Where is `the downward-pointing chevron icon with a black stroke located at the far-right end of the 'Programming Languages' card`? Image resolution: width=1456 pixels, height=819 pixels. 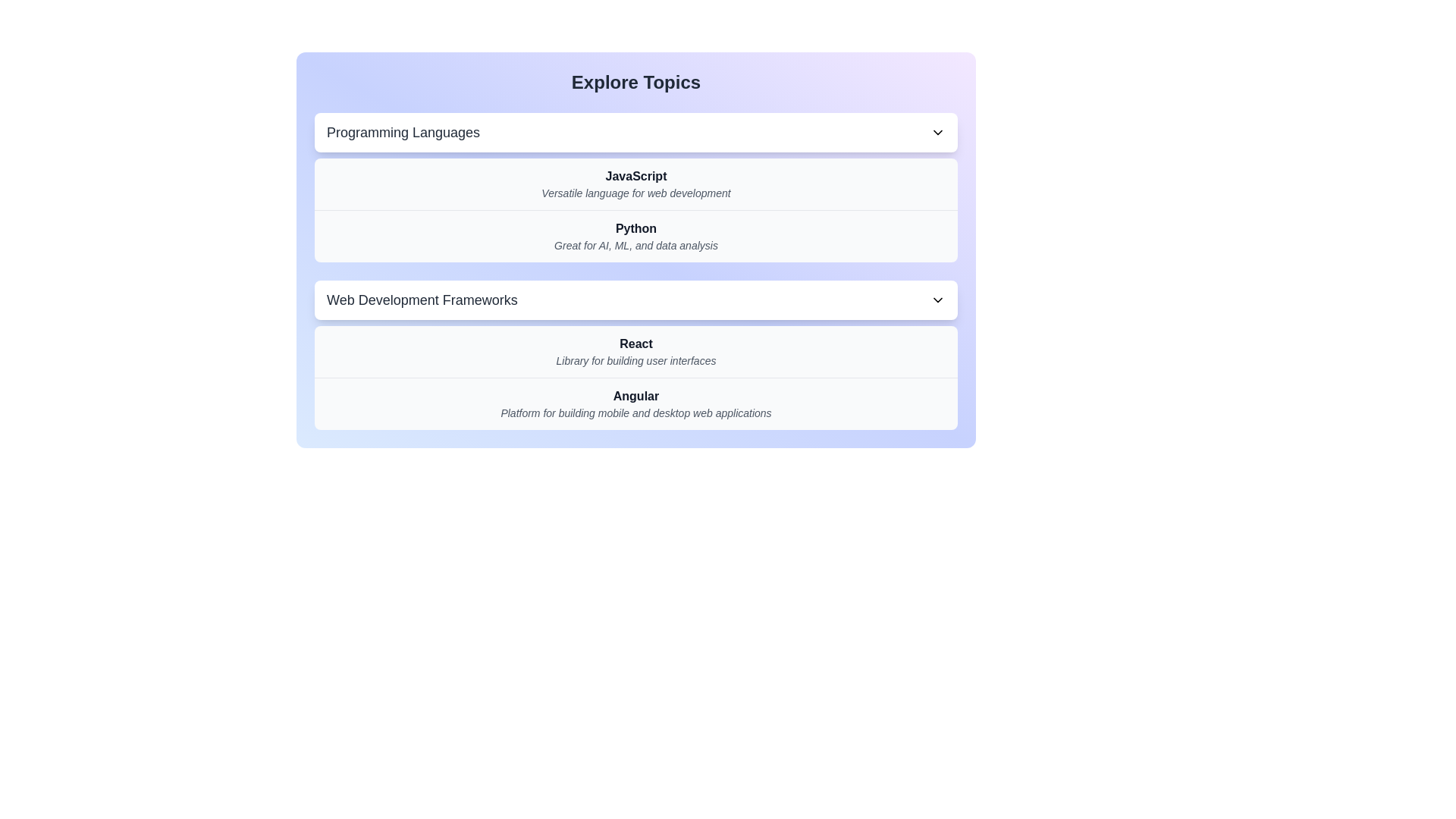 the downward-pointing chevron icon with a black stroke located at the far-right end of the 'Programming Languages' card is located at coordinates (937, 131).